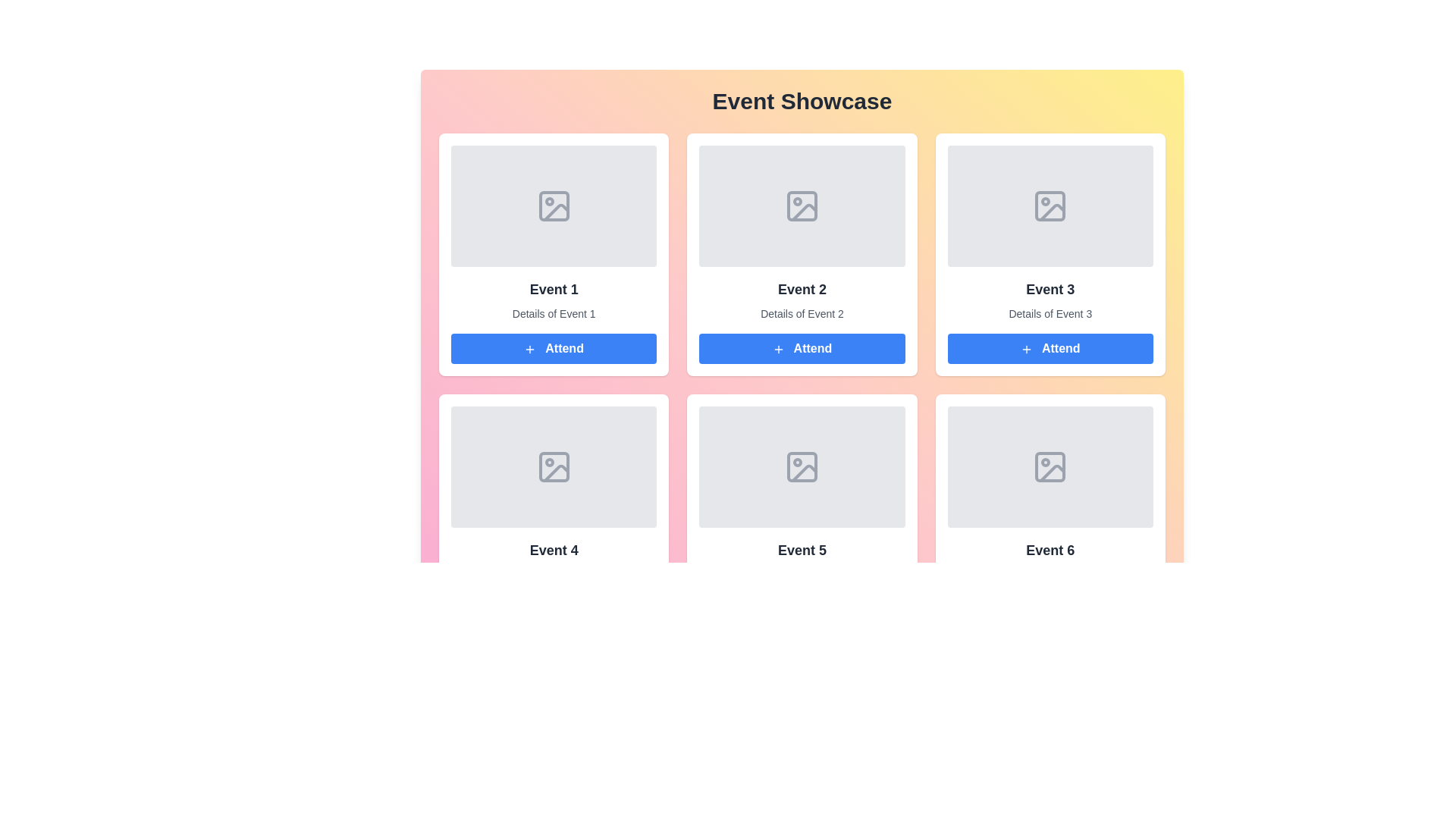  What do you see at coordinates (1050, 348) in the screenshot?
I see `the blue button labeled 'Attend' with a plus icon, located in the bottom section of the 'Event 3' card` at bounding box center [1050, 348].